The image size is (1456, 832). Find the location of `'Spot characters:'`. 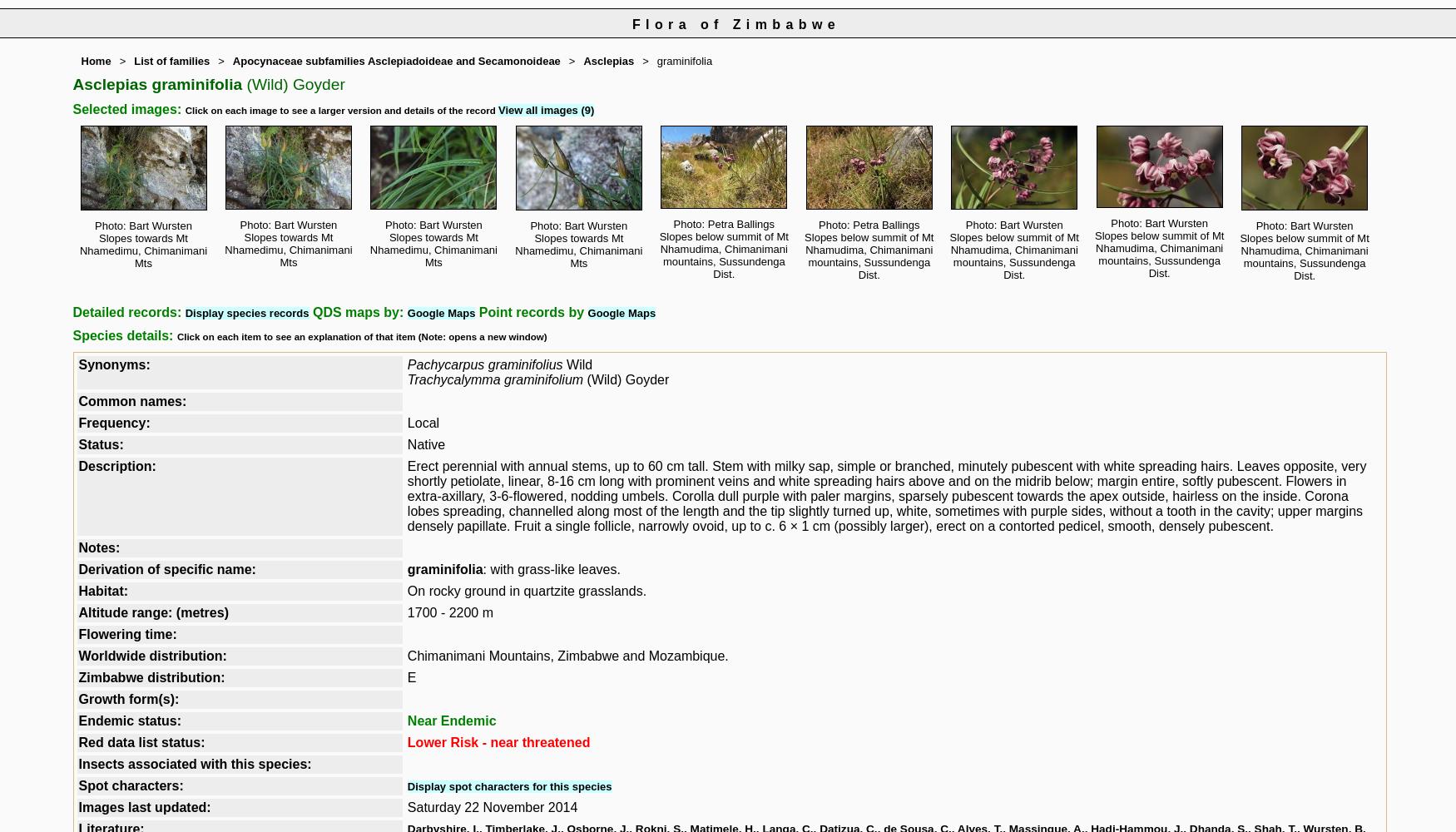

'Spot characters:' is located at coordinates (77, 785).